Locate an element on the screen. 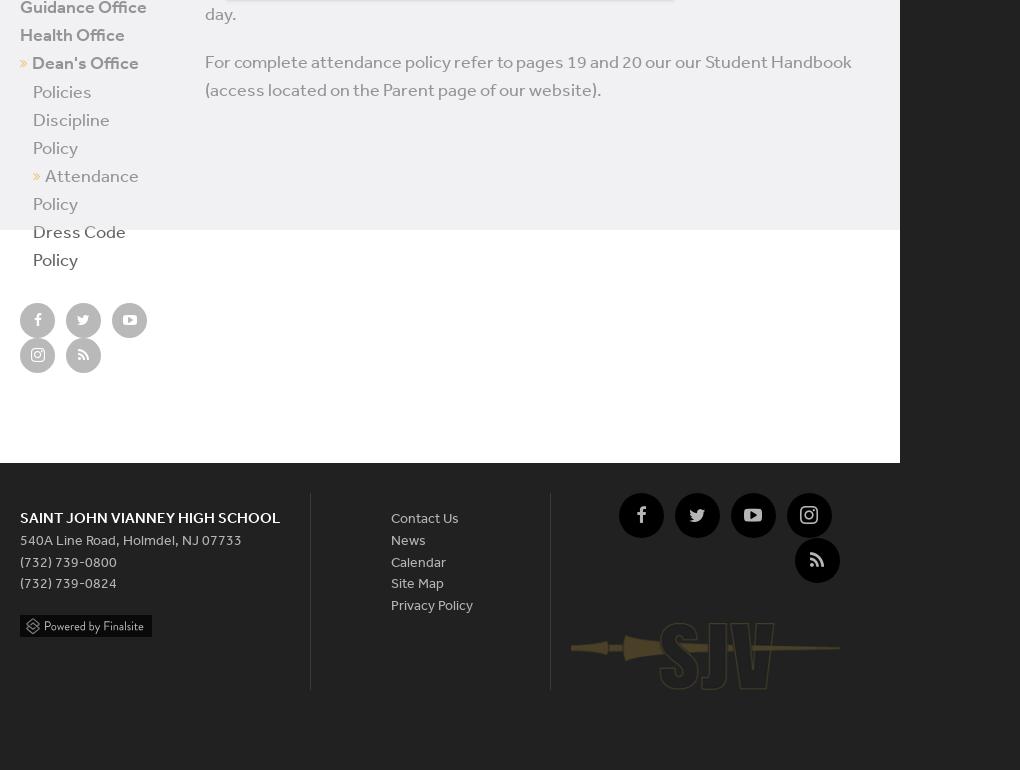 This screenshot has width=1020, height=770. '540A Line Road, Holmdel, NJ 07733' is located at coordinates (130, 538).